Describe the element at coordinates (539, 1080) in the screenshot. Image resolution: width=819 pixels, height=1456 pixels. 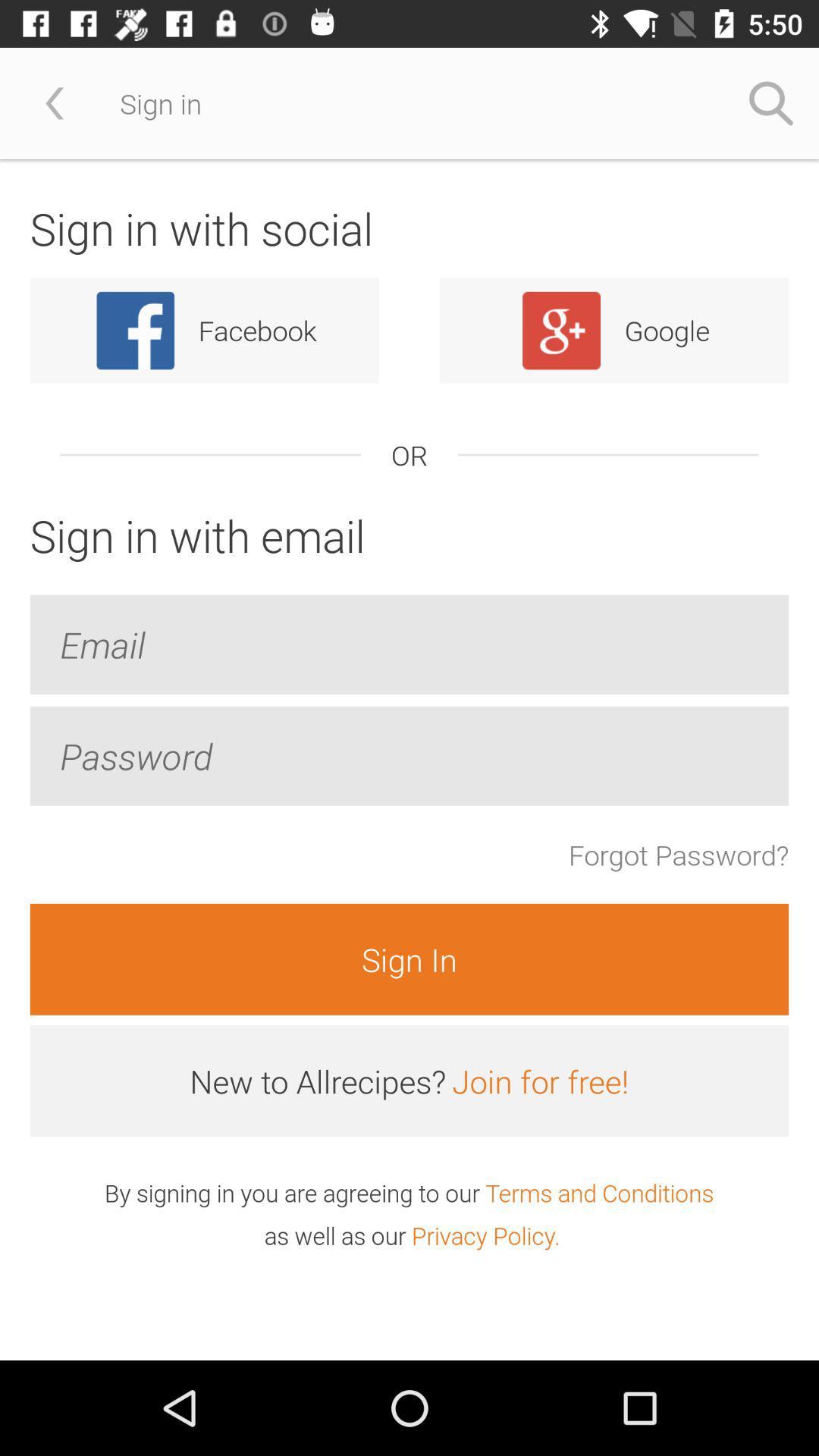
I see `the icon next to the new to allrecipes? icon` at that location.